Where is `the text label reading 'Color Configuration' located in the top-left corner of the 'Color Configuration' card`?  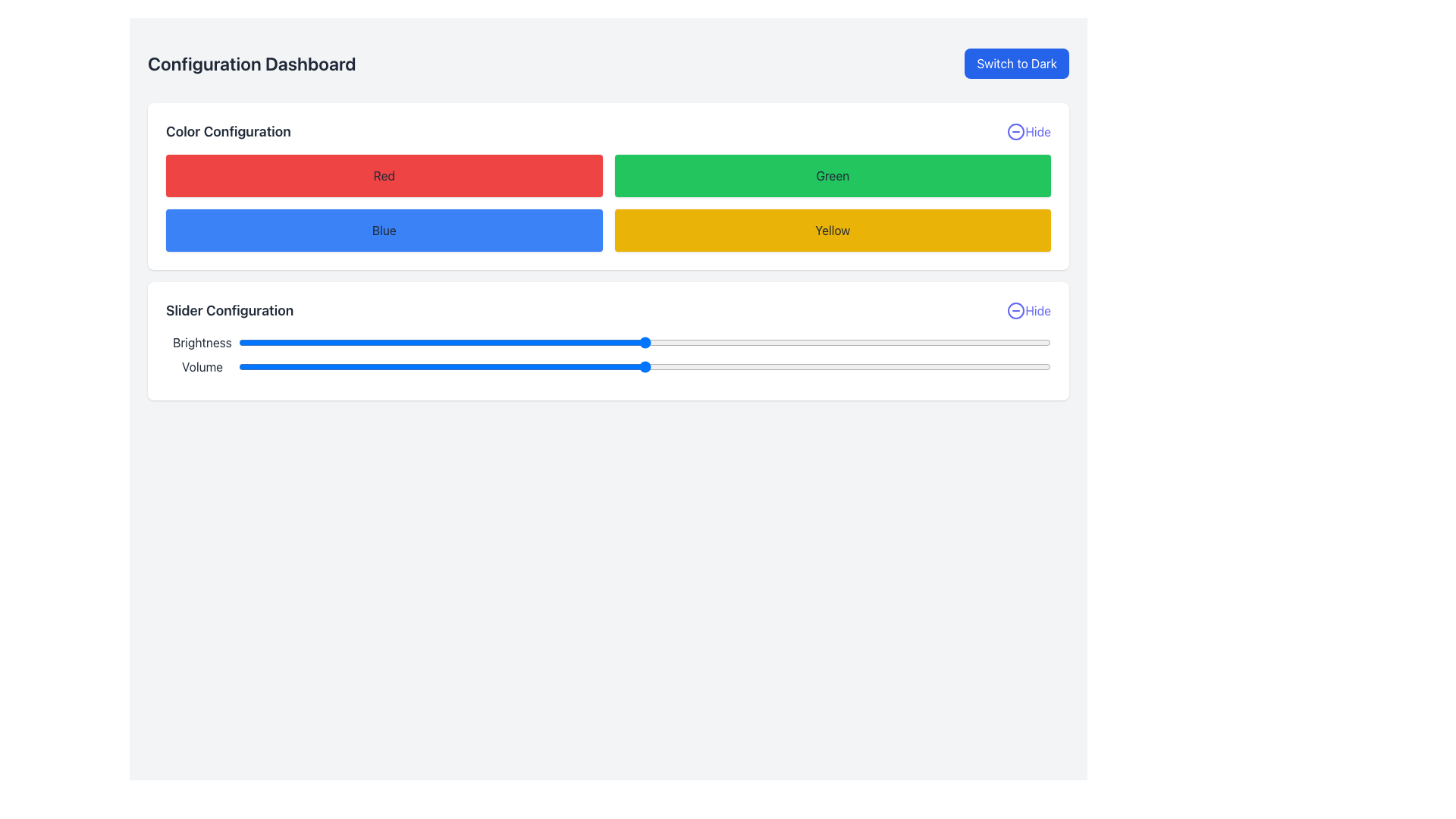
the text label reading 'Color Configuration' located in the top-left corner of the 'Color Configuration' card is located at coordinates (227, 130).